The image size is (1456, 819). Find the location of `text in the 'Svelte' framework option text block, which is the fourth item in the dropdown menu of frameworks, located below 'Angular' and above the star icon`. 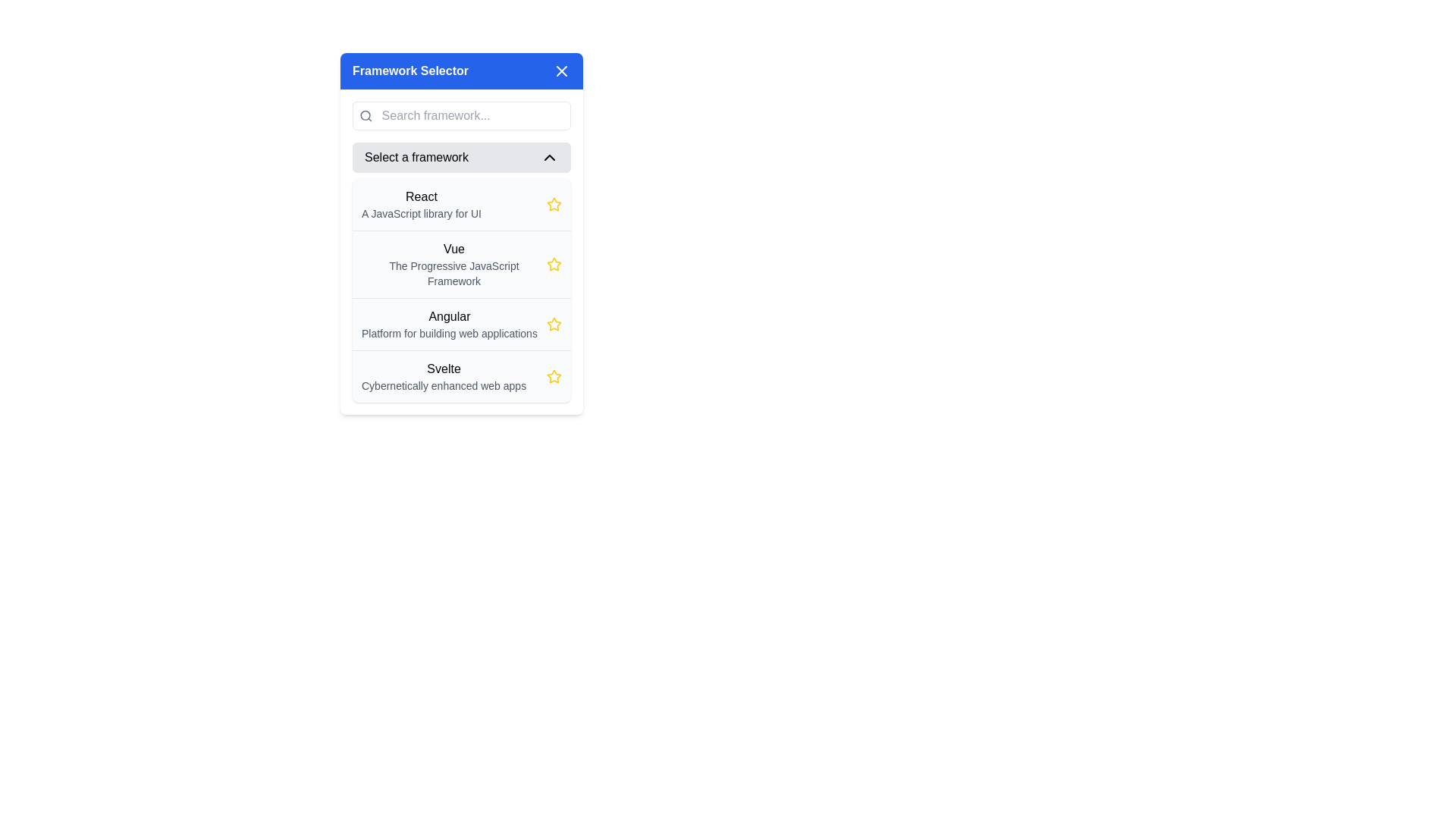

text in the 'Svelte' framework option text block, which is the fourth item in the dropdown menu of frameworks, located below 'Angular' and above the star icon is located at coordinates (443, 376).